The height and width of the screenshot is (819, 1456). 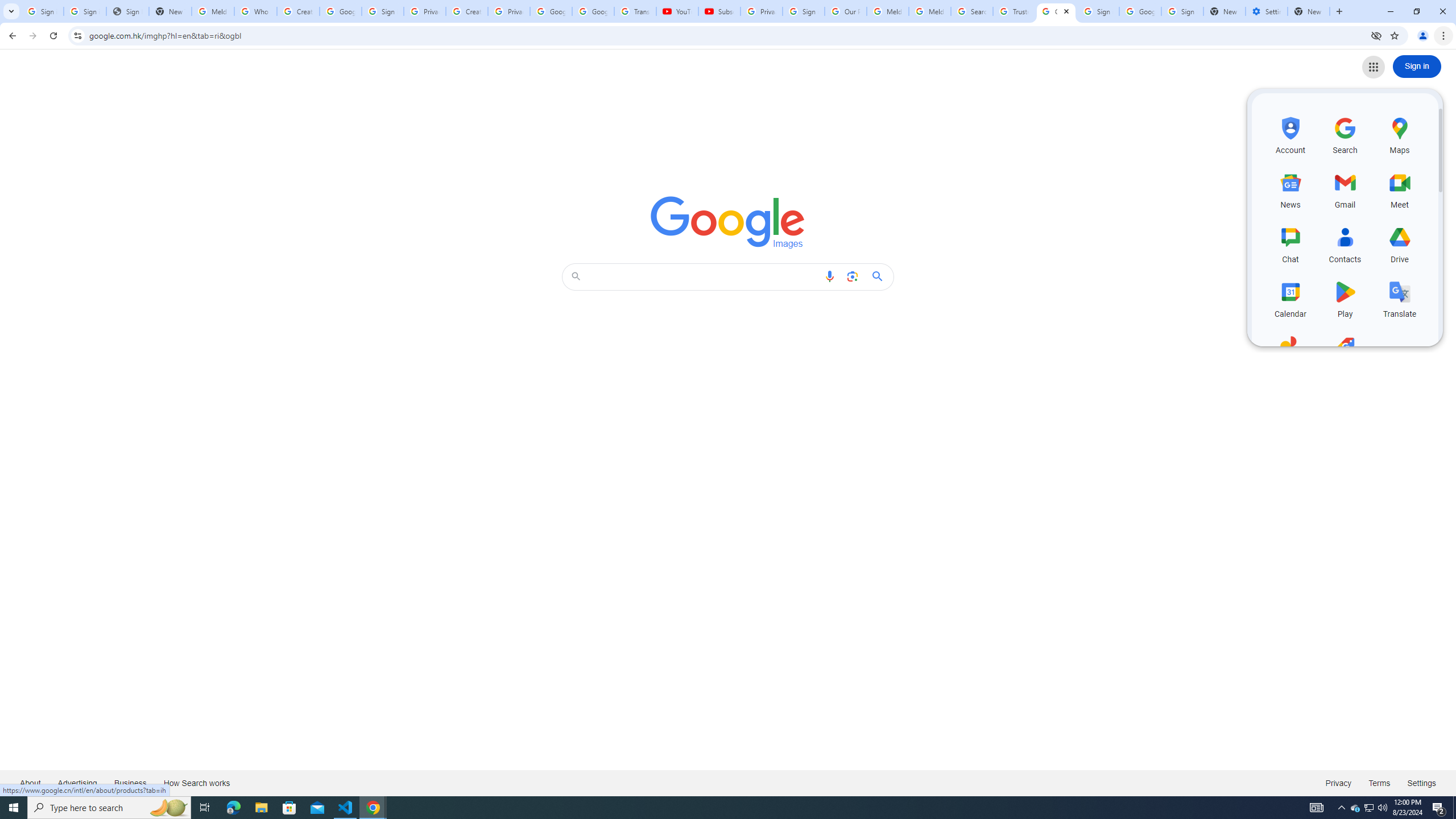 I want to click on 'Maps, row 1 of 5 and column 3 of 3 in the first section', so click(x=1400, y=134).